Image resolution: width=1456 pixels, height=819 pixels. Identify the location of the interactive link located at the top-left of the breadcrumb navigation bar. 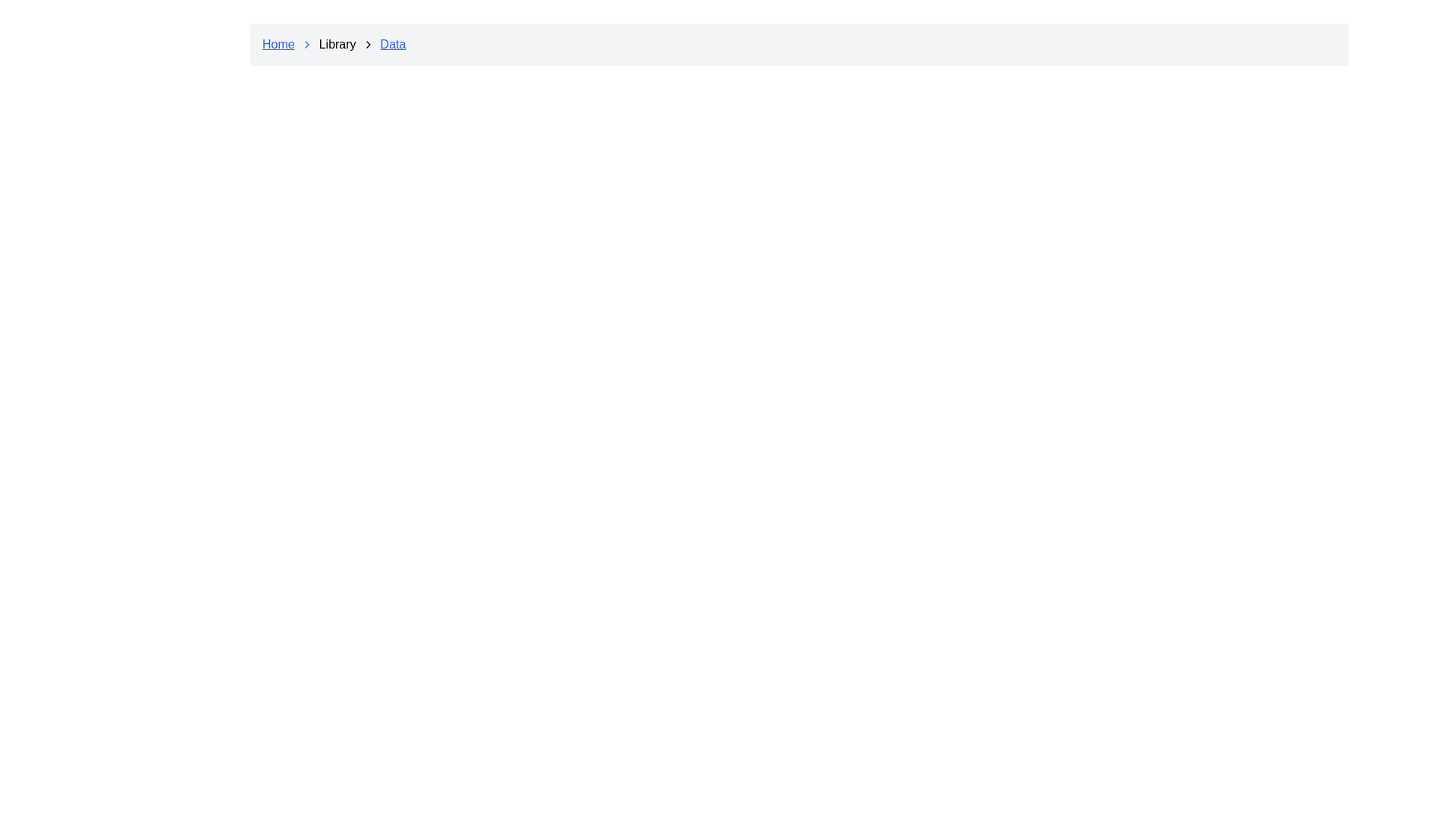
(287, 43).